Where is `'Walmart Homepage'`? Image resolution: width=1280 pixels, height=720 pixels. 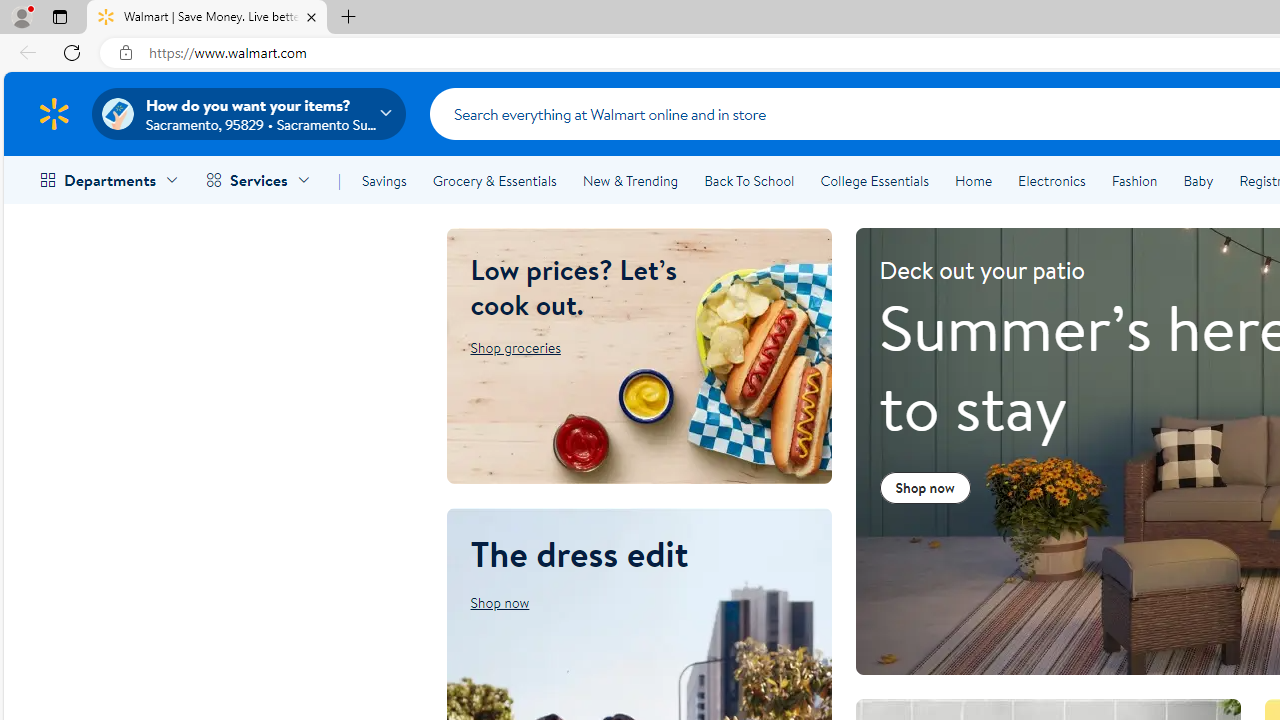 'Walmart Homepage' is located at coordinates (53, 113).